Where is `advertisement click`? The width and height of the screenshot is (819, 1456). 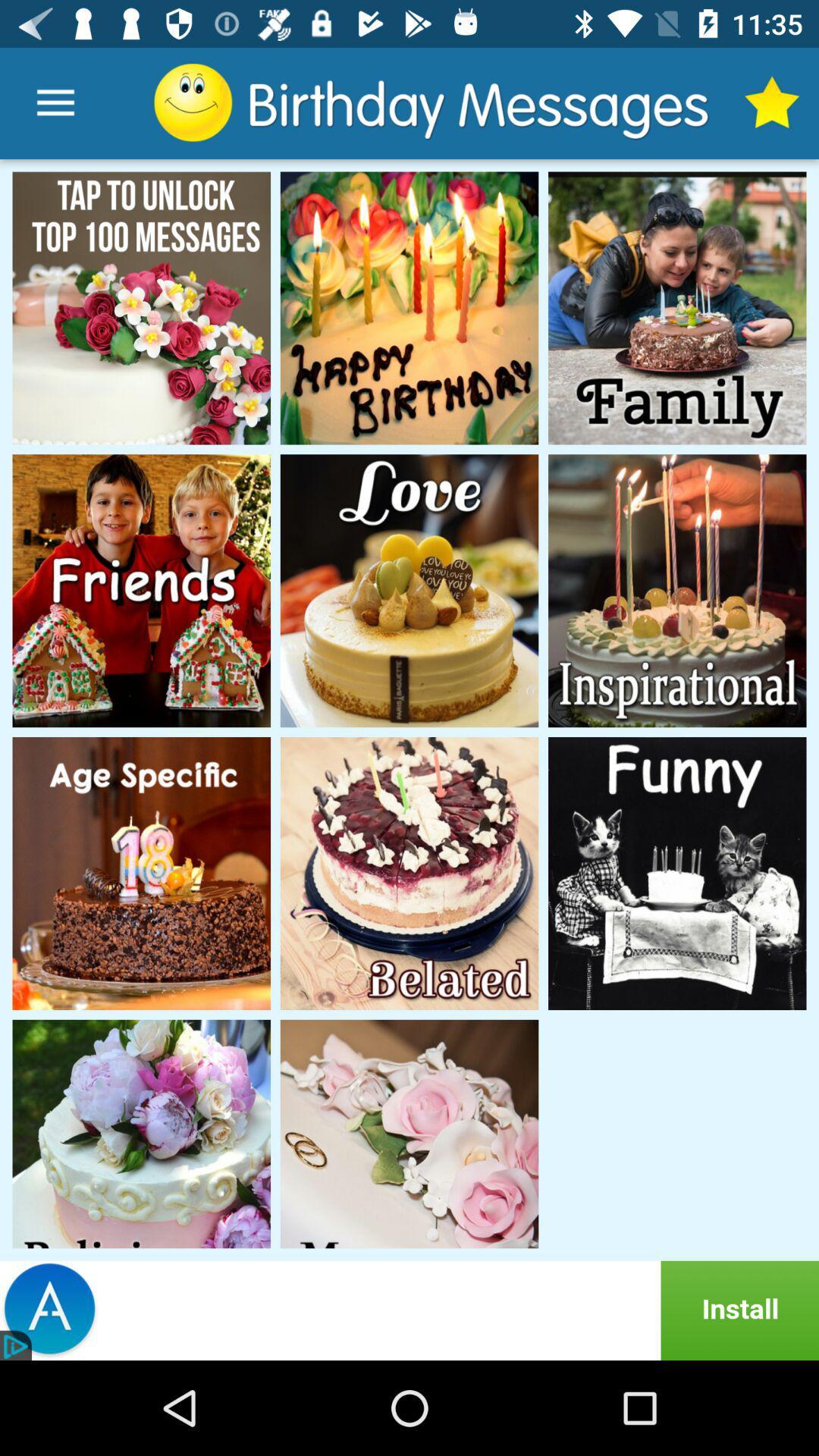
advertisement click is located at coordinates (409, 1310).